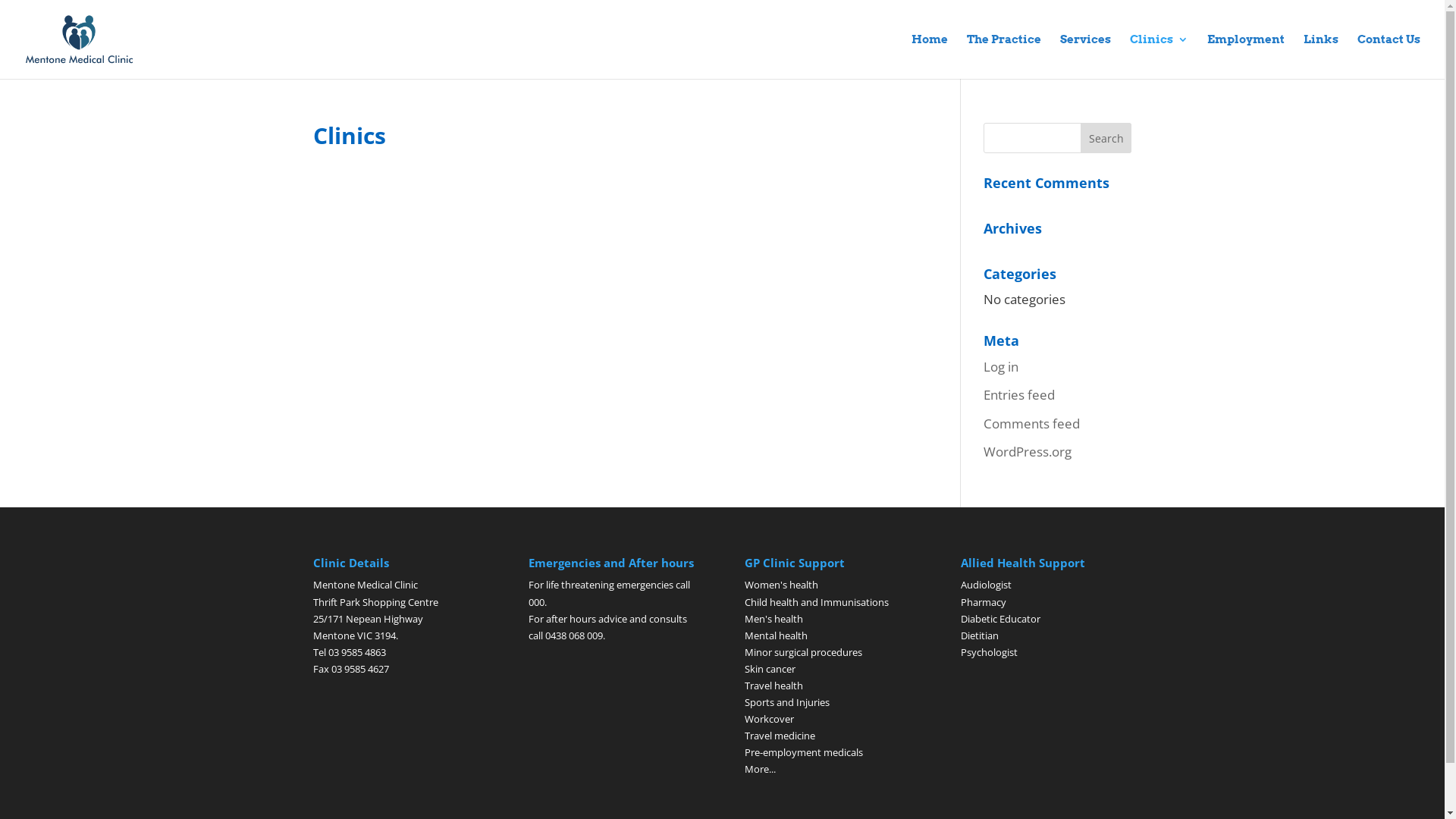 The height and width of the screenshot is (819, 1456). I want to click on 'WordPress.org', so click(1027, 450).